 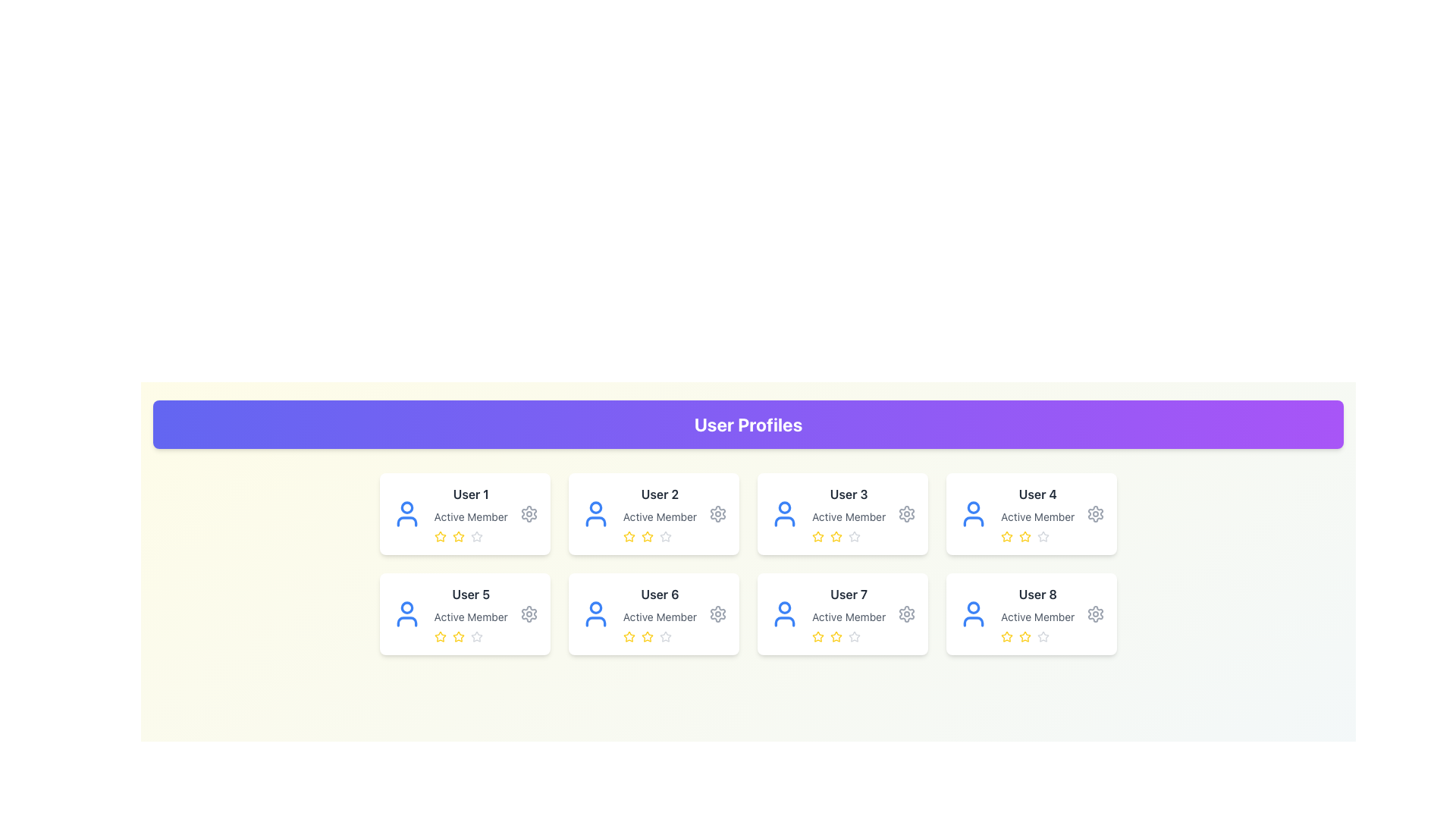 I want to click on the second star in the rating row for 'User 2' in the upper-right profile card within the 'User Profiles' section, so click(x=629, y=535).